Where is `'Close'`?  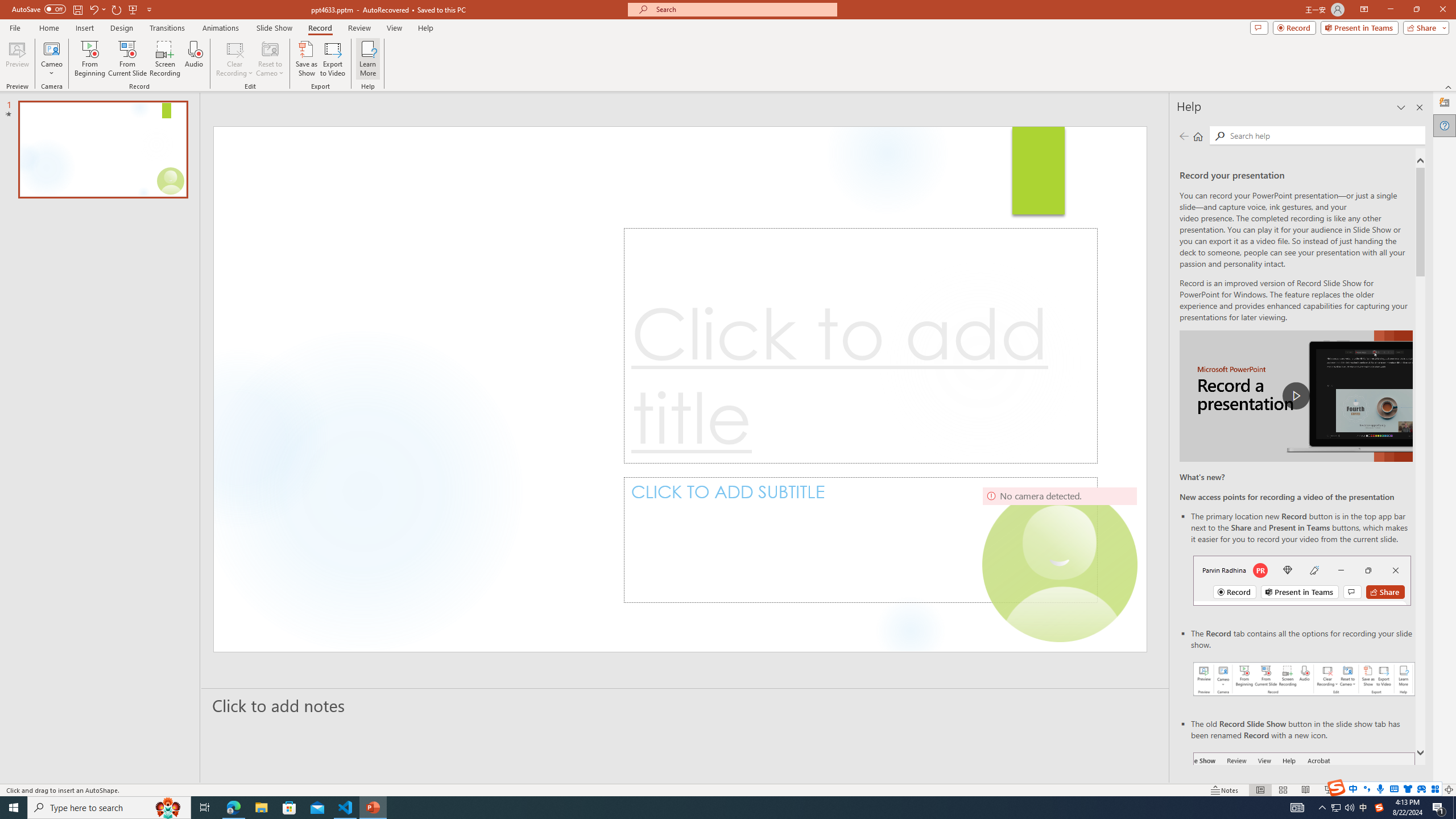 'Close' is located at coordinates (1442, 9).